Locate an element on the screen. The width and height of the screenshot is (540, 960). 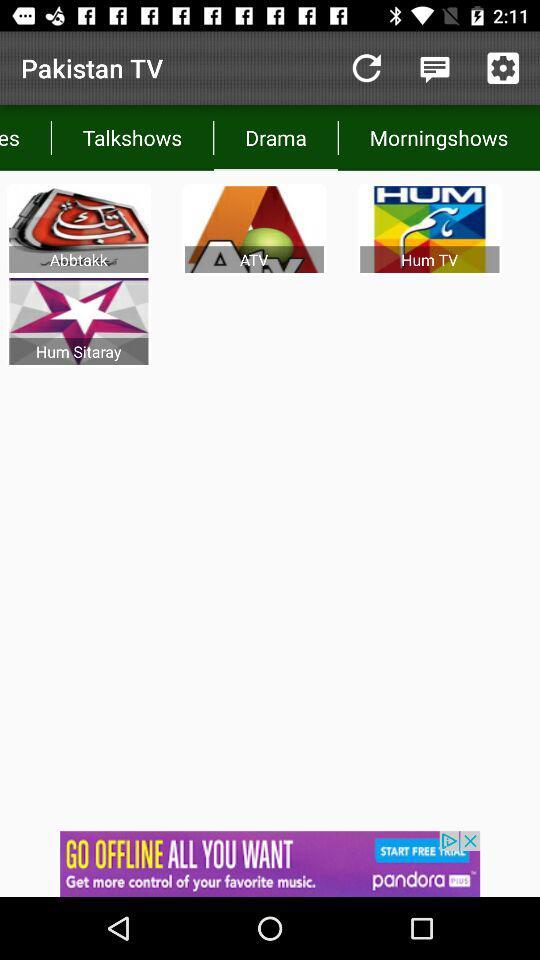
back is located at coordinates (365, 68).